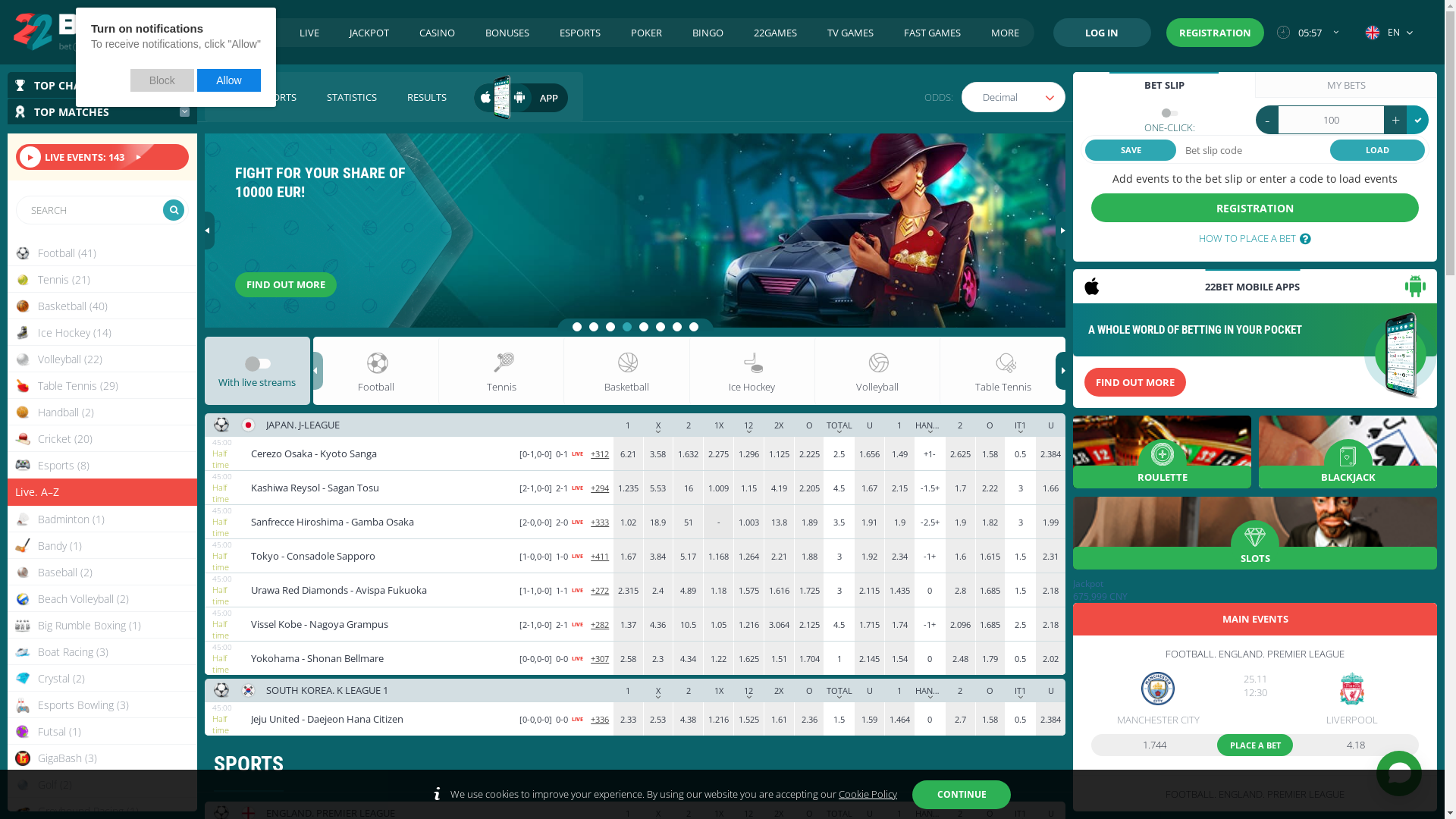 The width and height of the screenshot is (1456, 819). I want to click on 'Futsal, so click(101, 730).